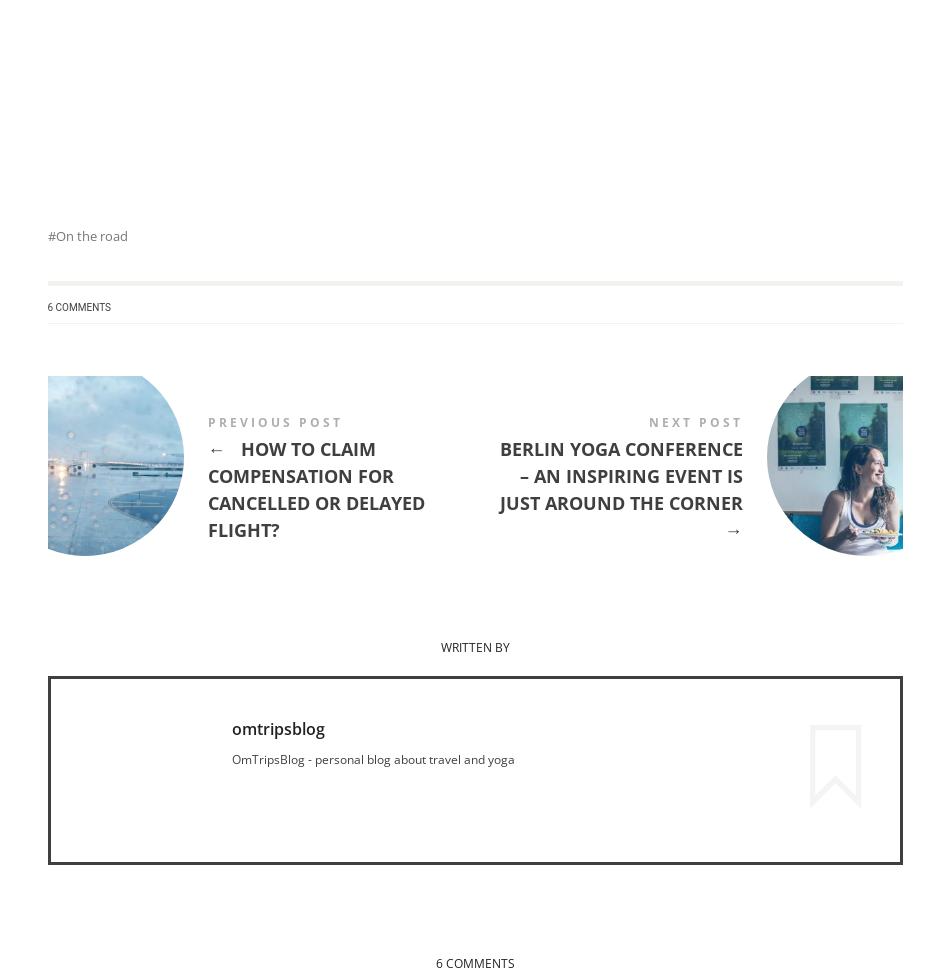  Describe the element at coordinates (276, 727) in the screenshot. I see `'omtripsblog'` at that location.